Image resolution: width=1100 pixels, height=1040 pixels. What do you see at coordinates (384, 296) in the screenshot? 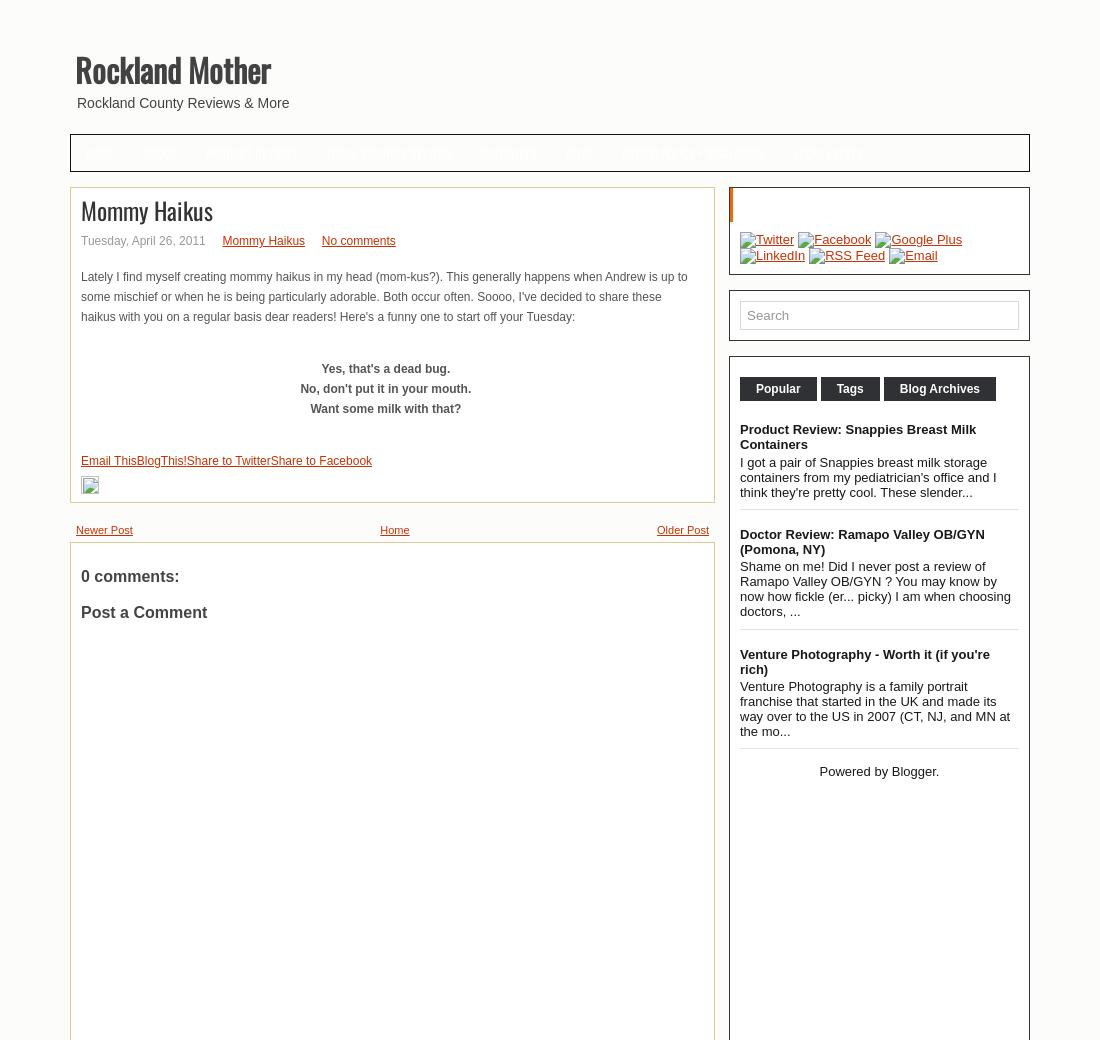
I see `'Lately I find myself creating mommy haikus in my head (mom-kus?). This generally happens when Andrew is up to some mischief or when he is being particularly adorable. Both occur often. Soooo, I've decided to share these haikus with you on a regular basis dear readers! Here's a funny one to start off your Tuesday:'` at bounding box center [384, 296].